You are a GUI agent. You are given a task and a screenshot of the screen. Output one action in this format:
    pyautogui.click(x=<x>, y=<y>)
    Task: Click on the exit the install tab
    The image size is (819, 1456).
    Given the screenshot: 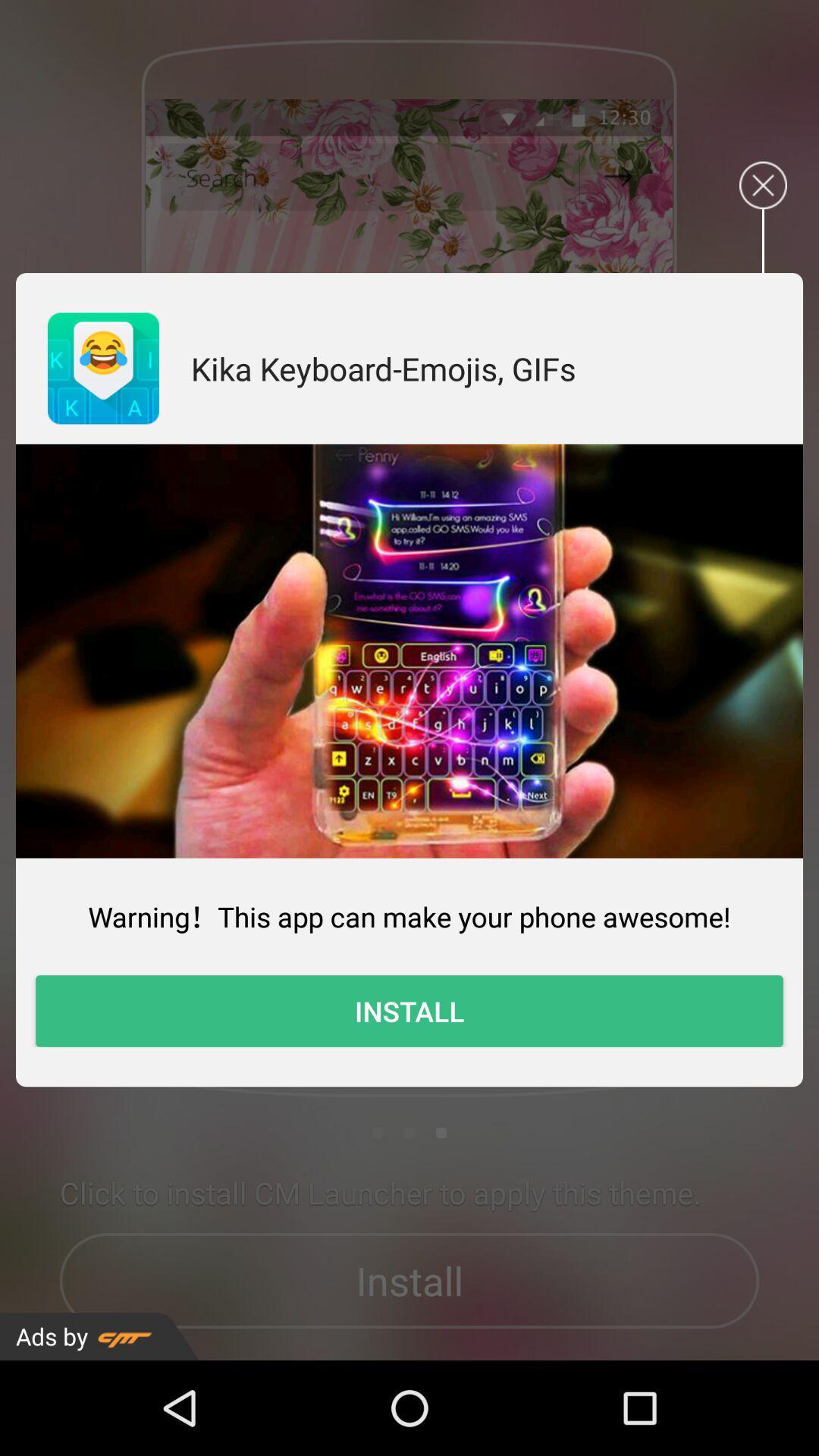 What is the action you would take?
    pyautogui.click(x=763, y=184)
    